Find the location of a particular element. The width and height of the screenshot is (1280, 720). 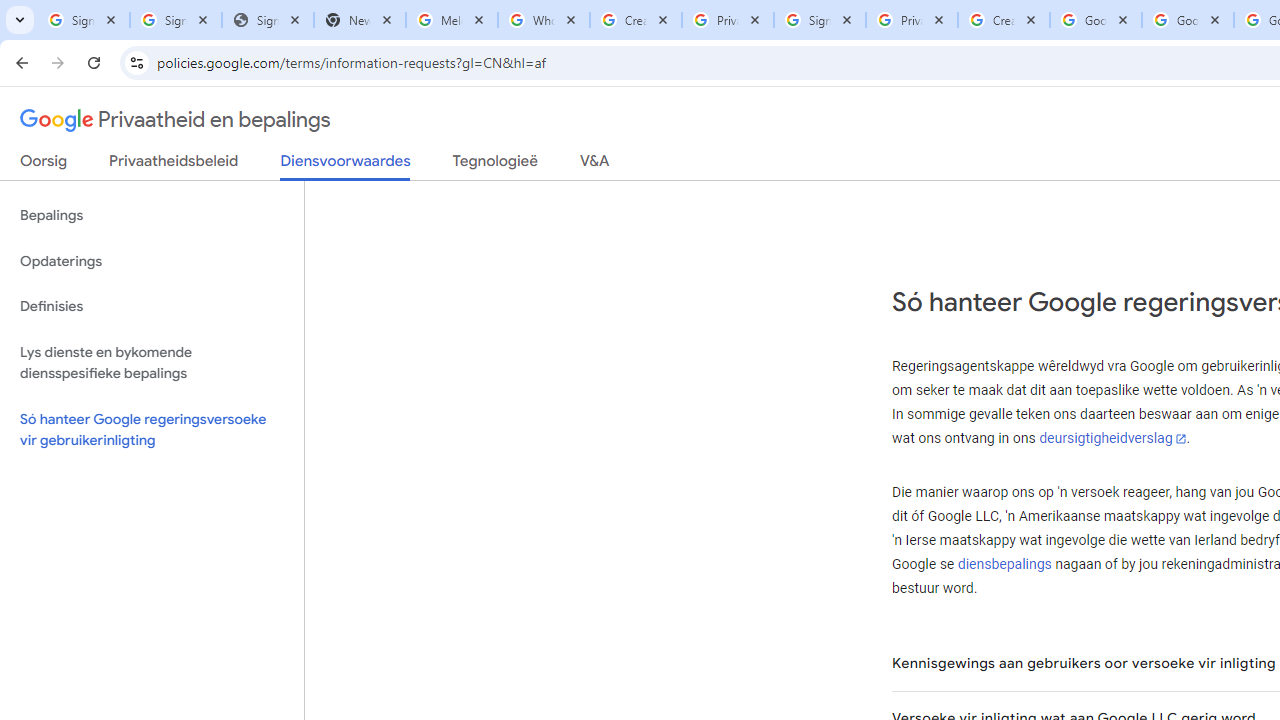

'Bepalings' is located at coordinates (151, 216).